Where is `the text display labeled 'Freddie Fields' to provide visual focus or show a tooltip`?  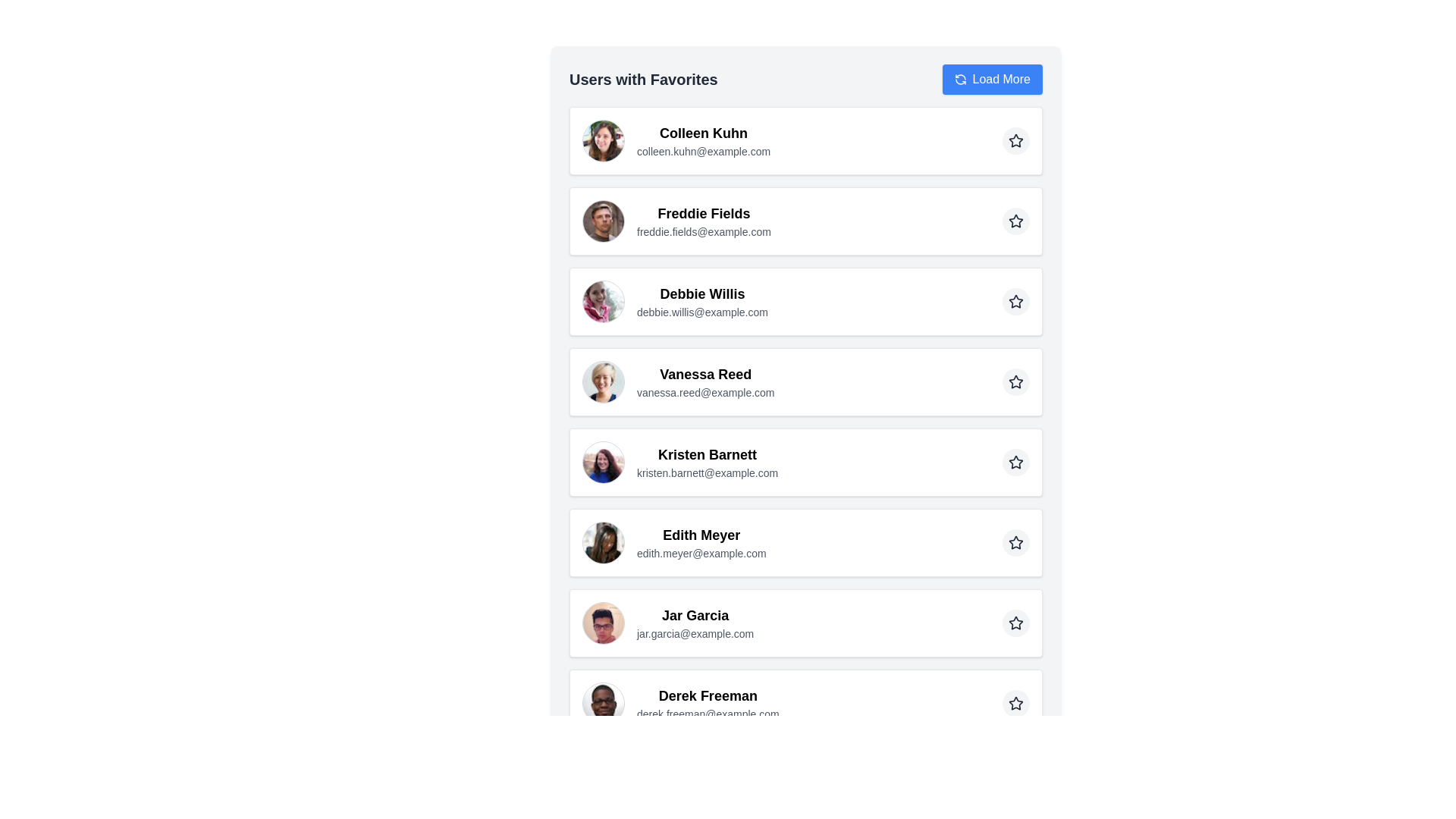
the text display labeled 'Freddie Fields' to provide visual focus or show a tooltip is located at coordinates (703, 213).